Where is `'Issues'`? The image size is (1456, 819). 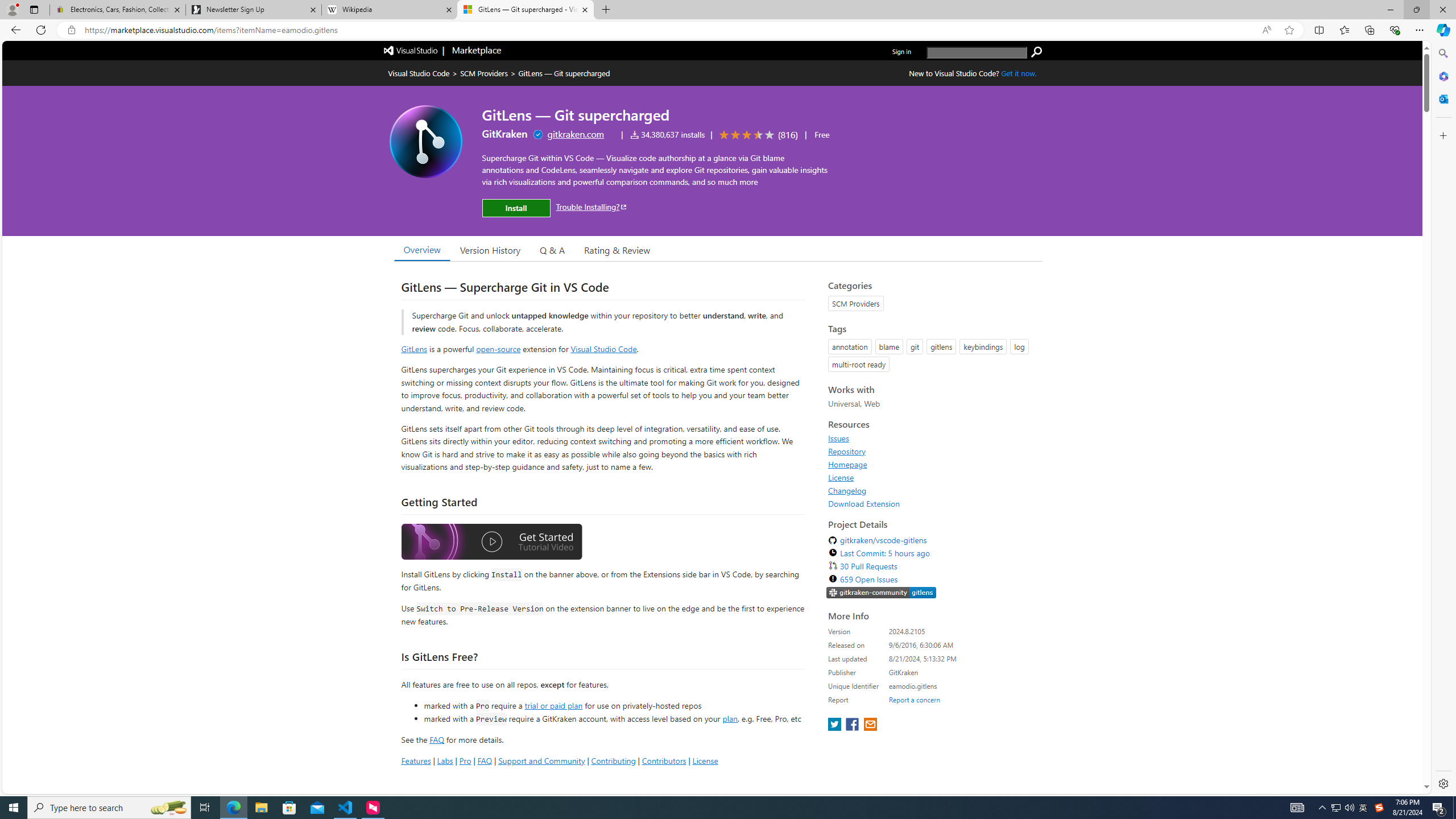
'Issues' is located at coordinates (838, 437).